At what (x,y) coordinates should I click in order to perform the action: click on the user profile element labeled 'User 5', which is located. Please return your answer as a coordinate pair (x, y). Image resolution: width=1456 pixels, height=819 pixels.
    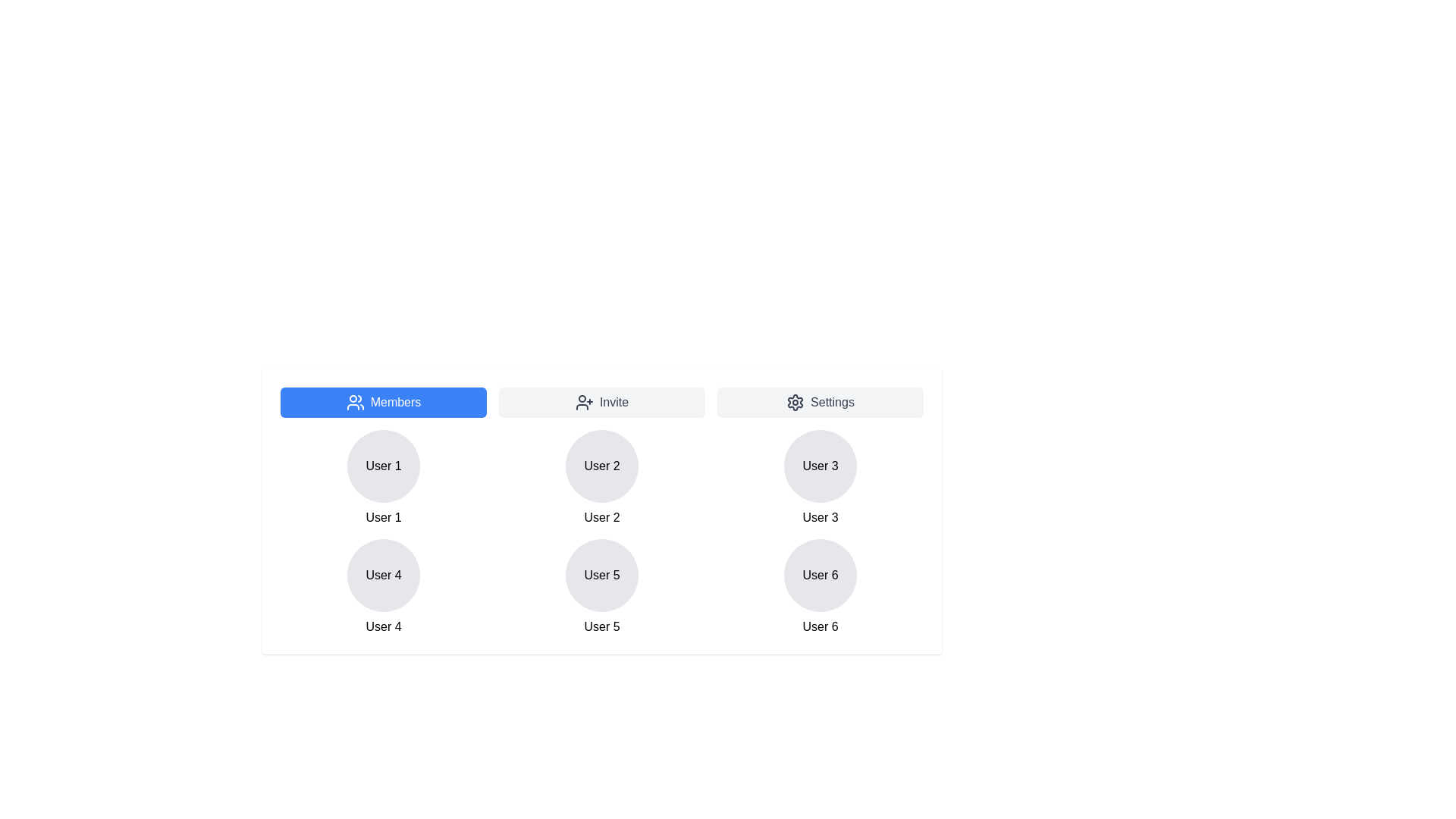
    Looking at the image, I should click on (601, 587).